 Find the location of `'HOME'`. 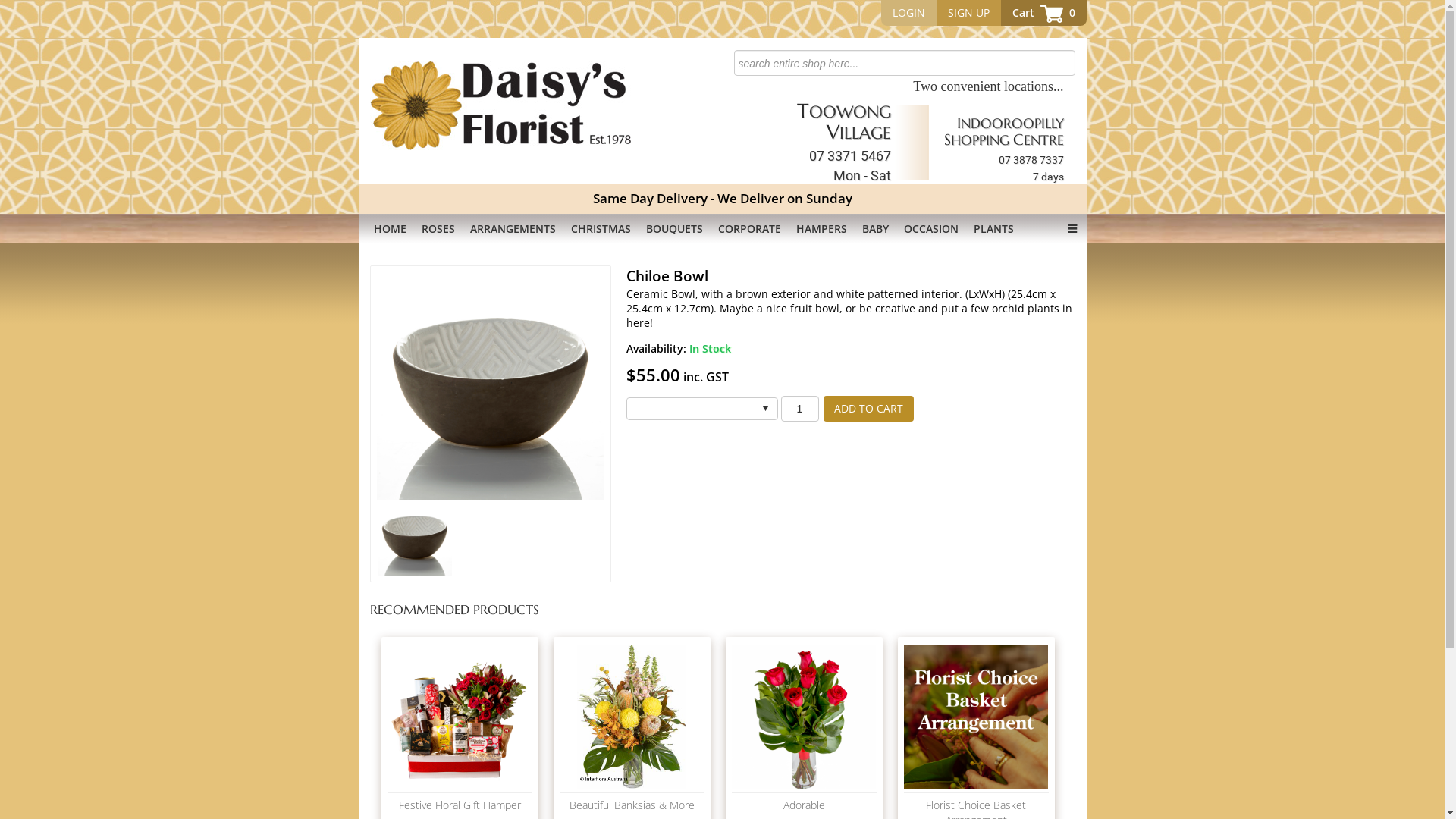

'HOME' is located at coordinates (389, 228).